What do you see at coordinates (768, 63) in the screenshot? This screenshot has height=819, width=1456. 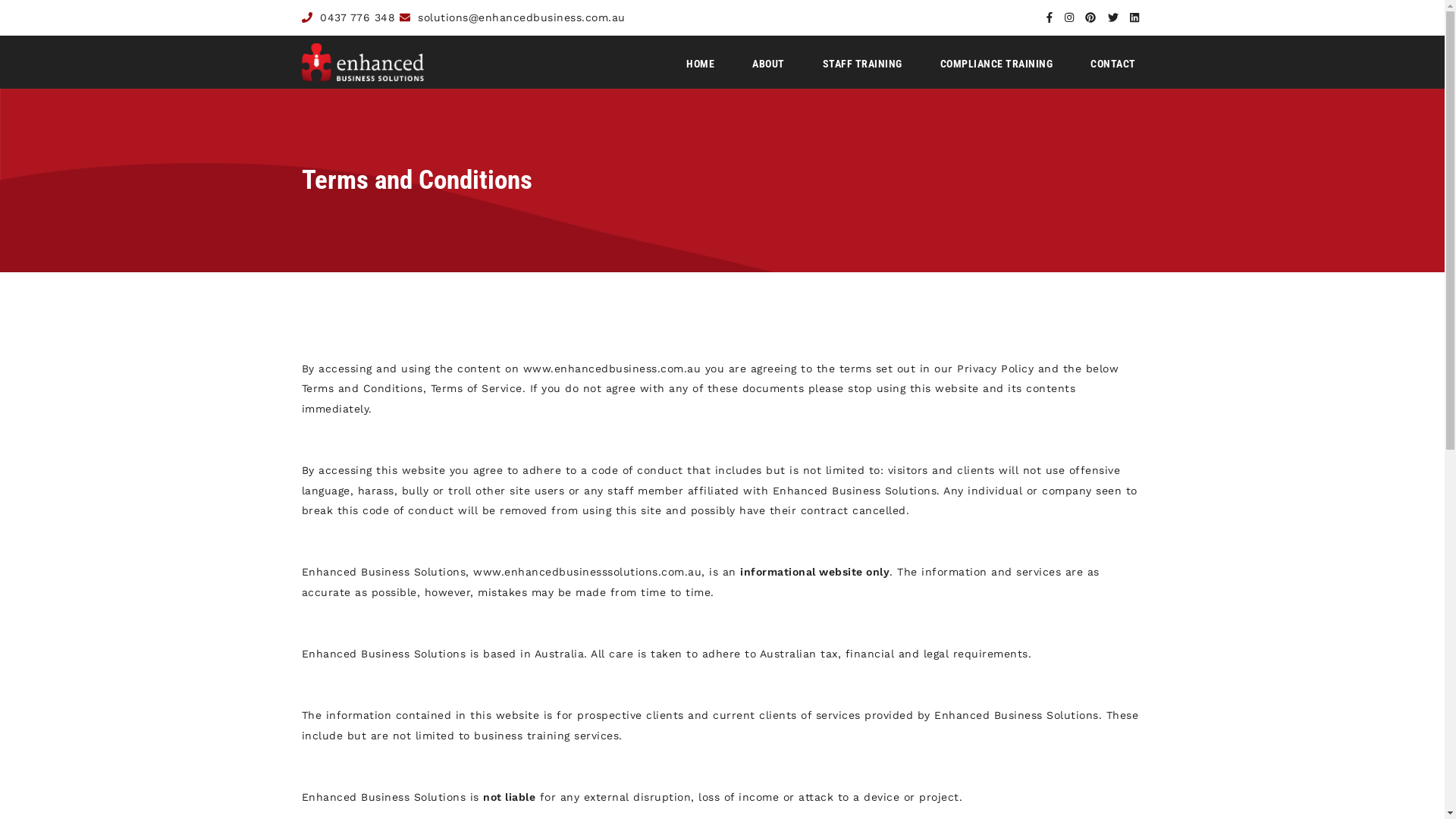 I see `'ABOUT'` at bounding box center [768, 63].